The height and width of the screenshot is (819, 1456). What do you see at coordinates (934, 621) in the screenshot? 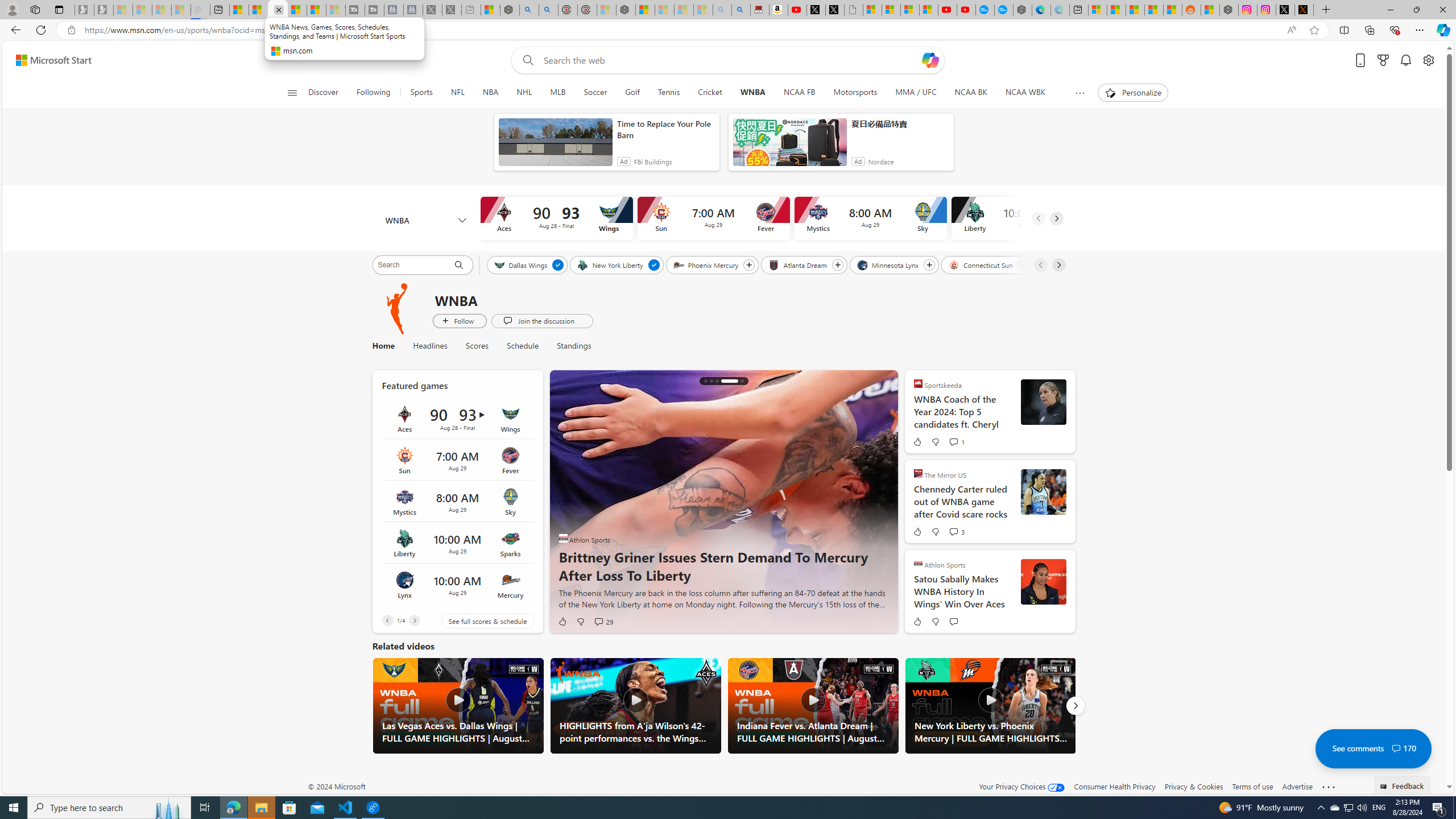
I see `'Dislike'` at bounding box center [934, 621].